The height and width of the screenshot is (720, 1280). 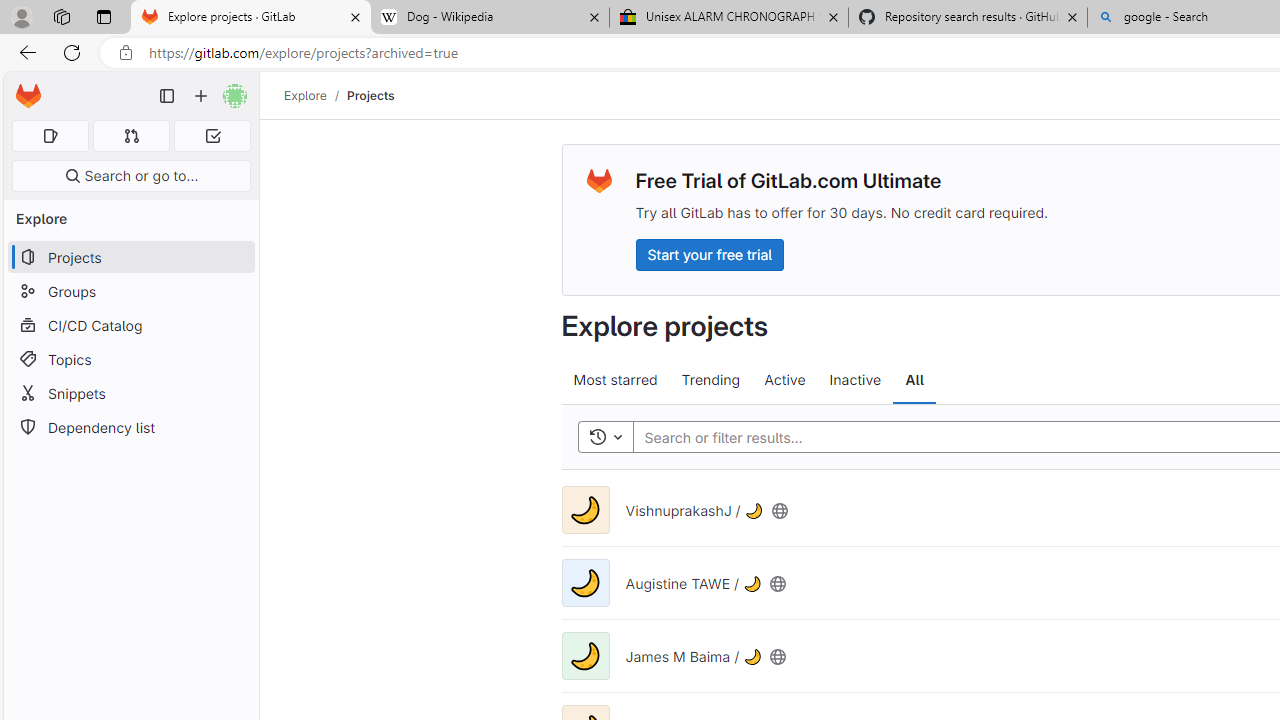 What do you see at coordinates (130, 358) in the screenshot?
I see `'Topics'` at bounding box center [130, 358].